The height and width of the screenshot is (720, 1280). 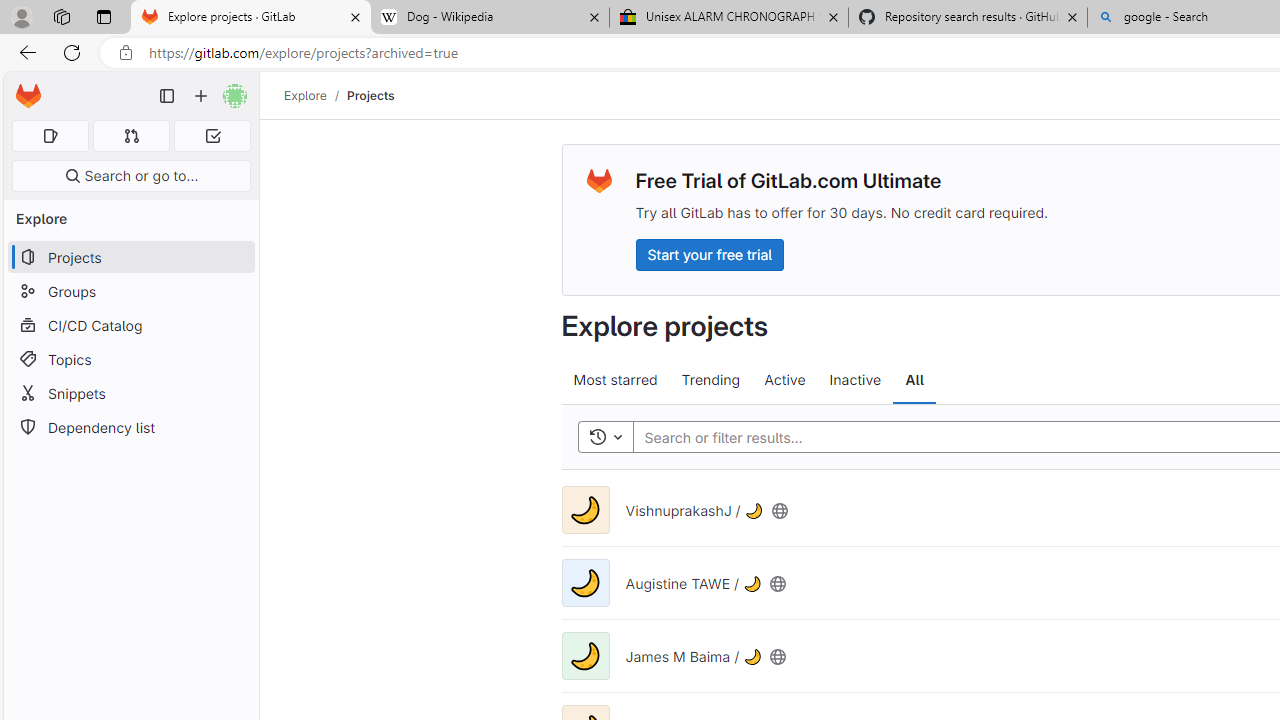 What do you see at coordinates (130, 358) in the screenshot?
I see `'Topics'` at bounding box center [130, 358].